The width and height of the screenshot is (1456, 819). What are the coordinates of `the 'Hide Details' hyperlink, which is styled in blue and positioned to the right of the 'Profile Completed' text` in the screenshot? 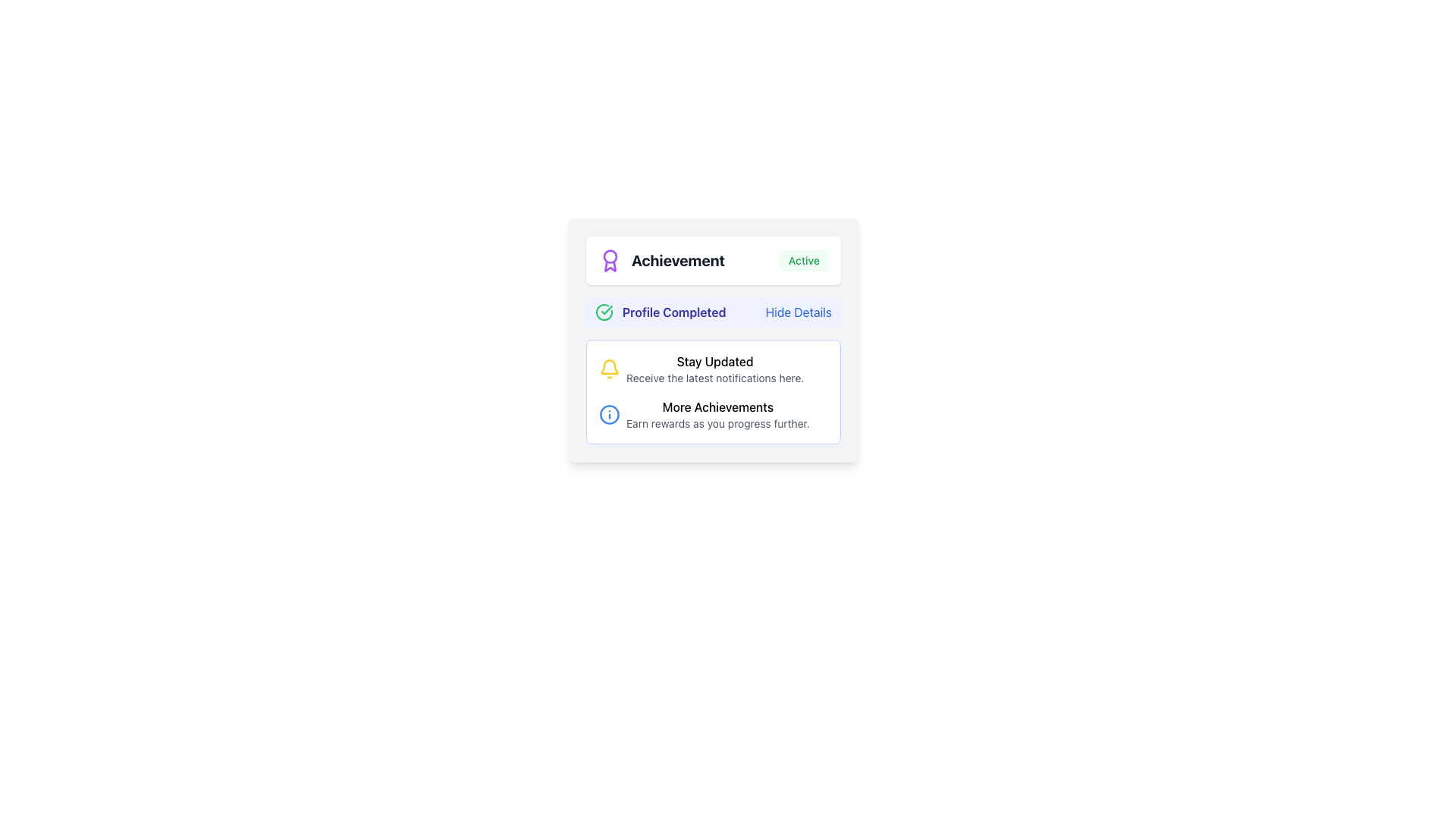 It's located at (798, 312).